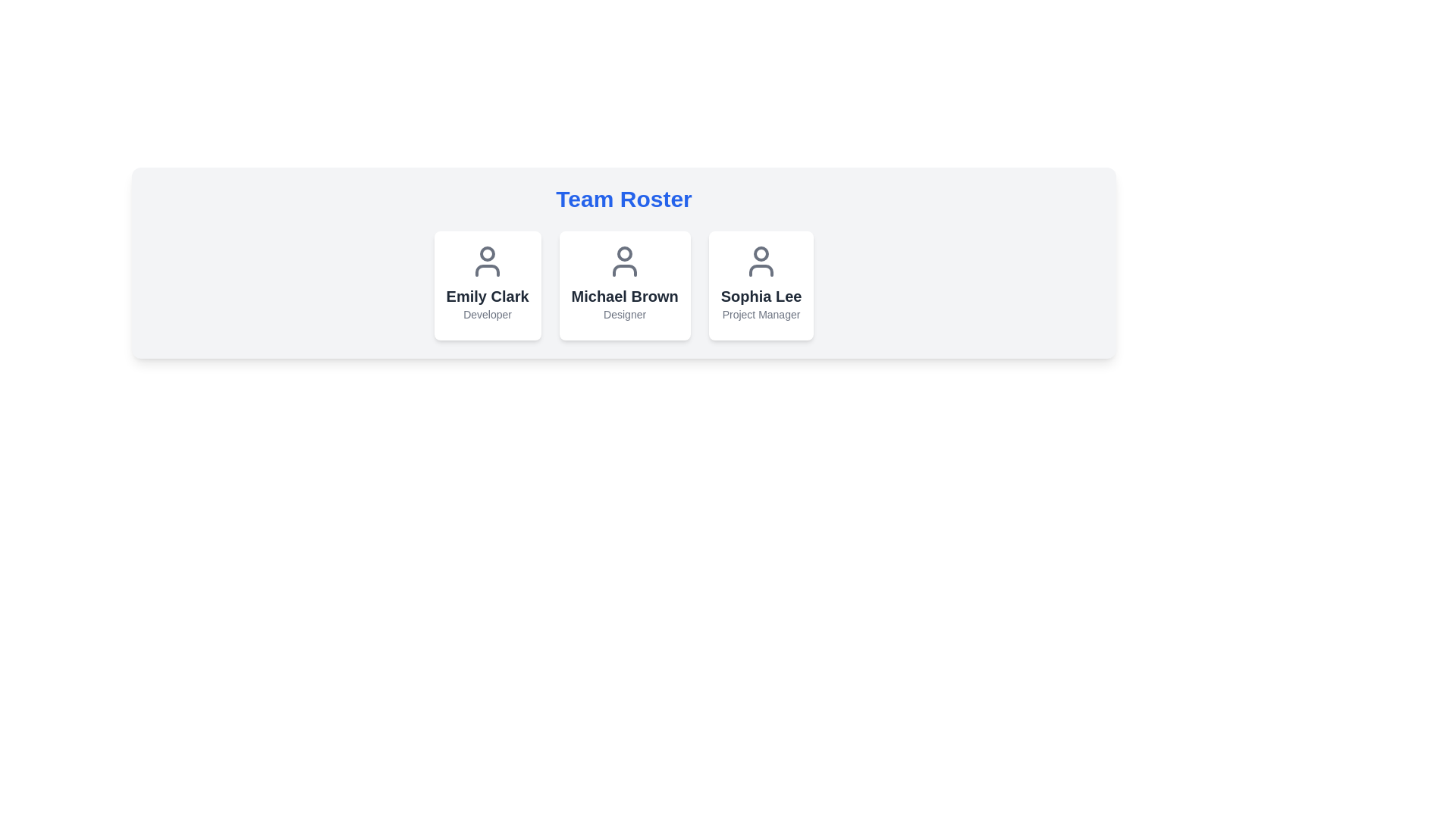  I want to click on the user profile icon representing 'Michael Brown' in the 'Team Roster' section, located above the name and designation, so click(625, 260).